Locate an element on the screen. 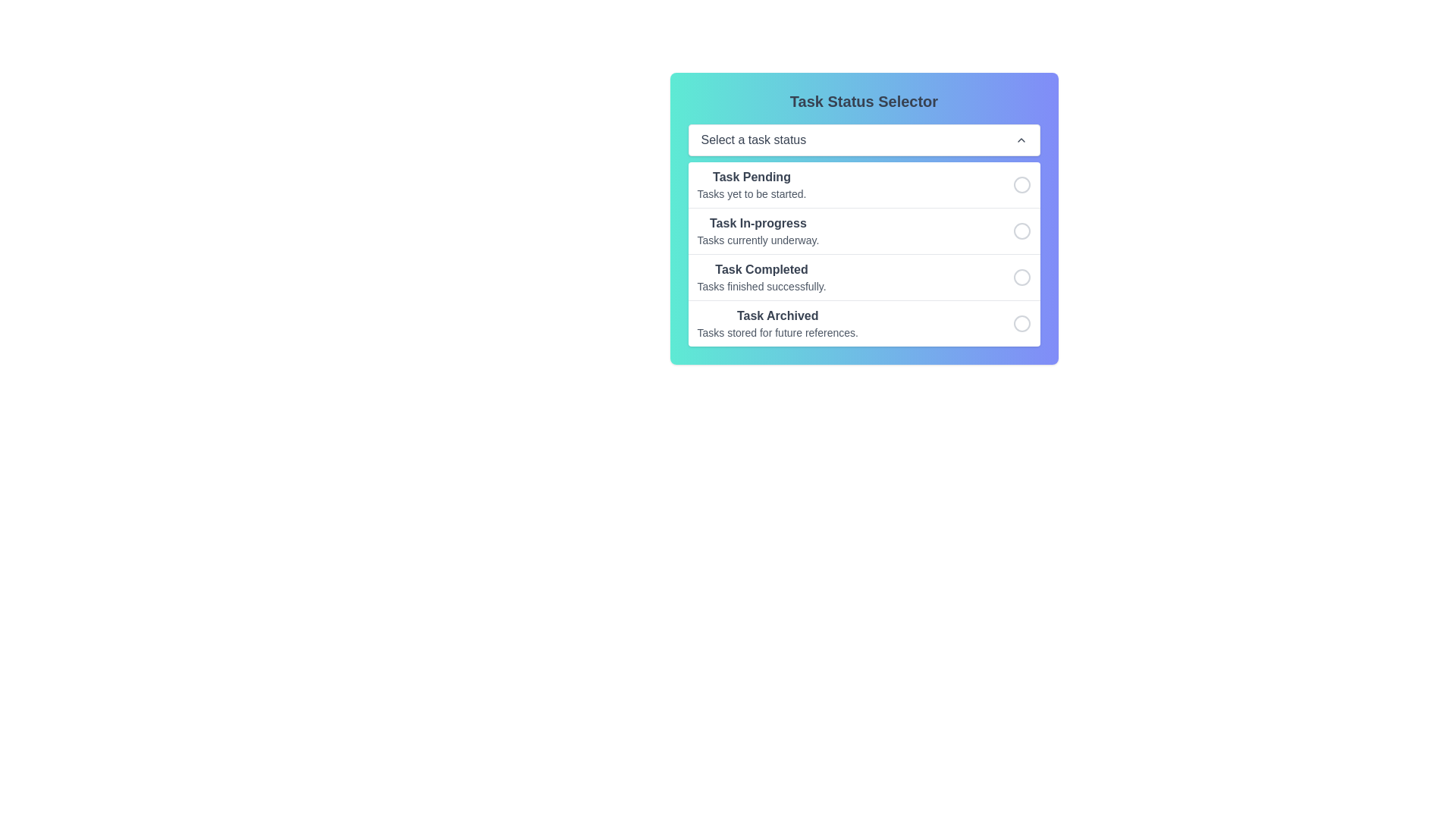  the static text label within the dropdown field to trigger the tooltip is located at coordinates (753, 140).